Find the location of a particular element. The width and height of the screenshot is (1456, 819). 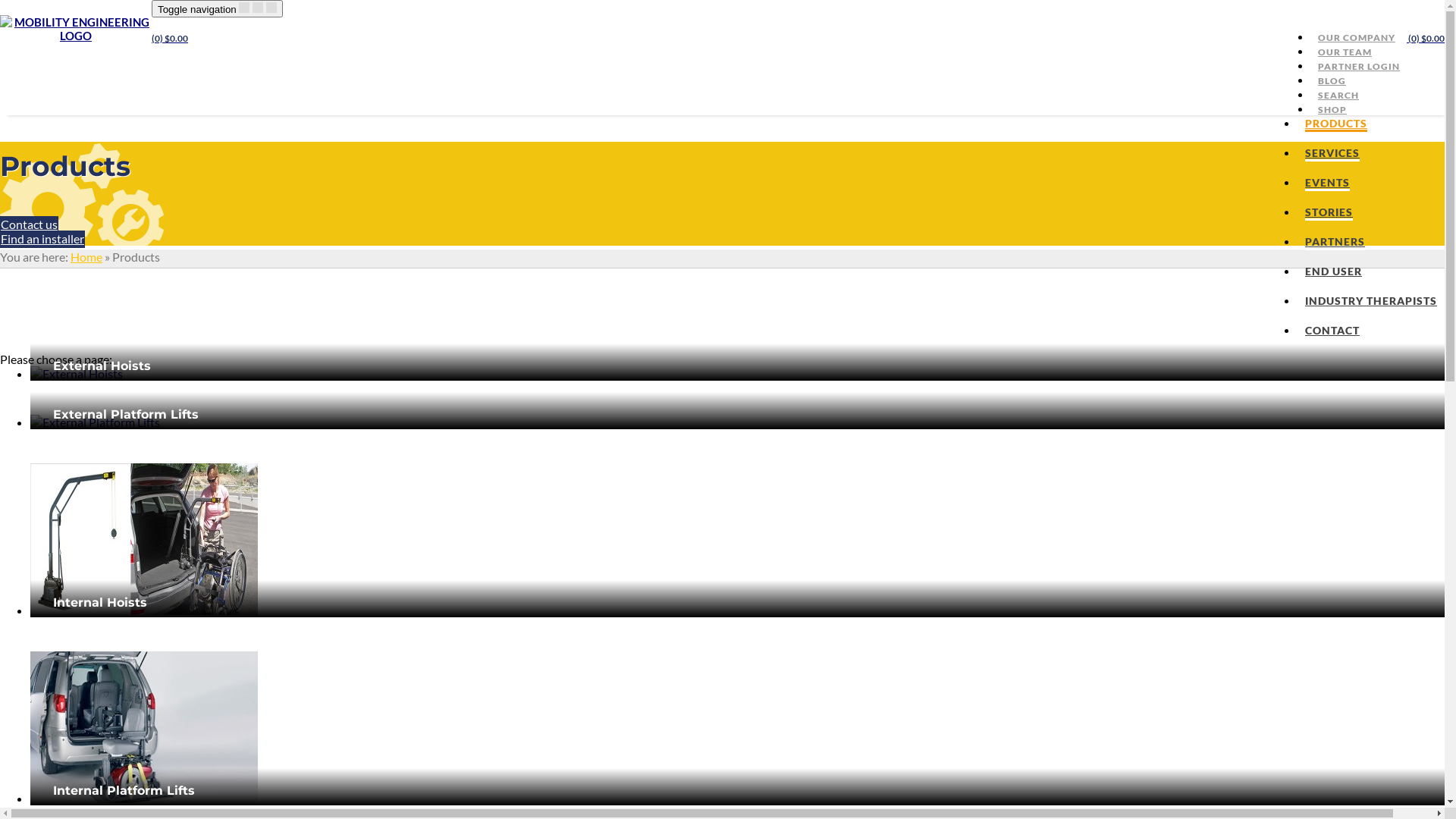

'EVENTS' is located at coordinates (1326, 183).